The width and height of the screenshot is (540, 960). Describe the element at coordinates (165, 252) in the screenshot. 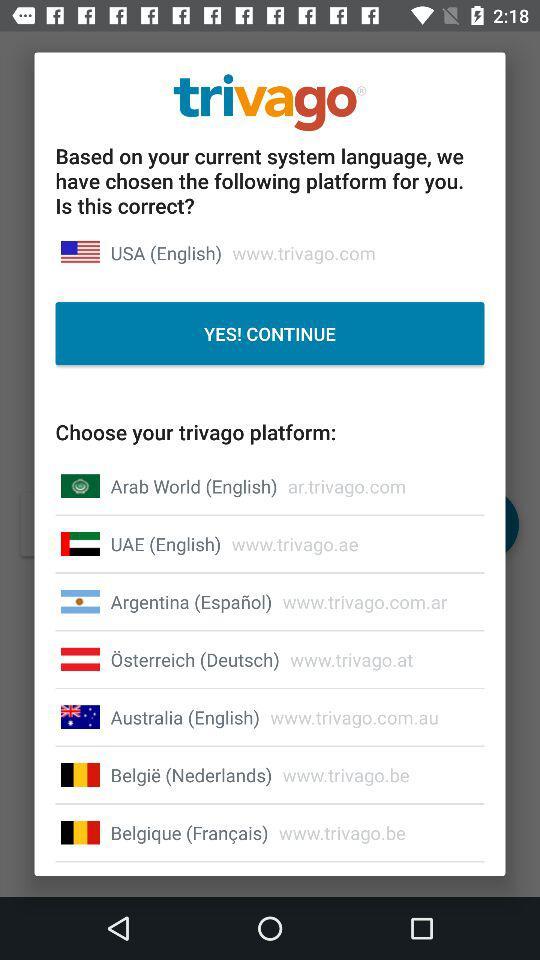

I see `the icon next to www.trivago.com item` at that location.